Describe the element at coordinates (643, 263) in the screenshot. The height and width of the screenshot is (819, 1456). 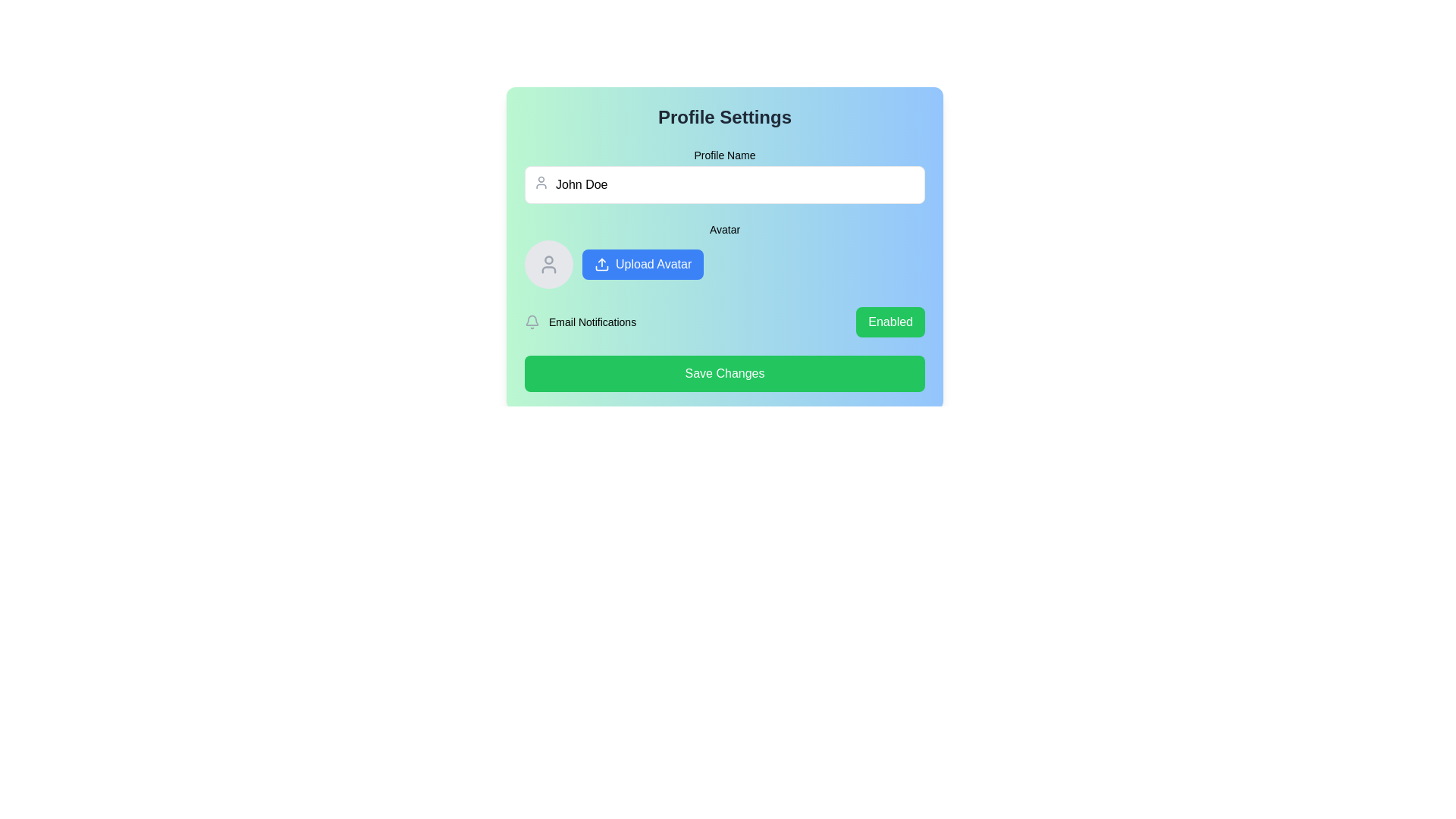
I see `the 'Upload Avatar' button, which is a rectangular blue button with white text and an upload icon, located below the 'Avatar' label in the 'Profile Settings' section` at that location.